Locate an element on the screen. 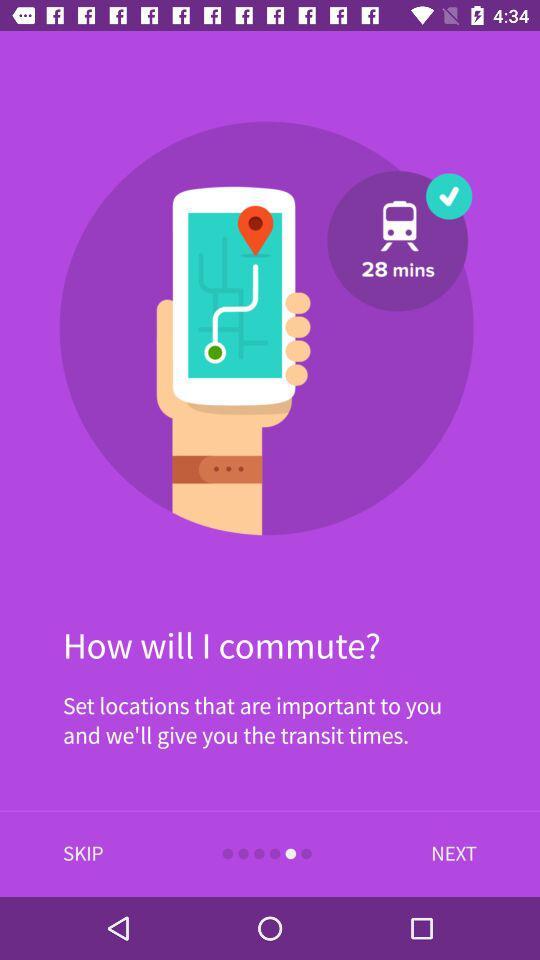 The width and height of the screenshot is (540, 960). next icon is located at coordinates (449, 853).